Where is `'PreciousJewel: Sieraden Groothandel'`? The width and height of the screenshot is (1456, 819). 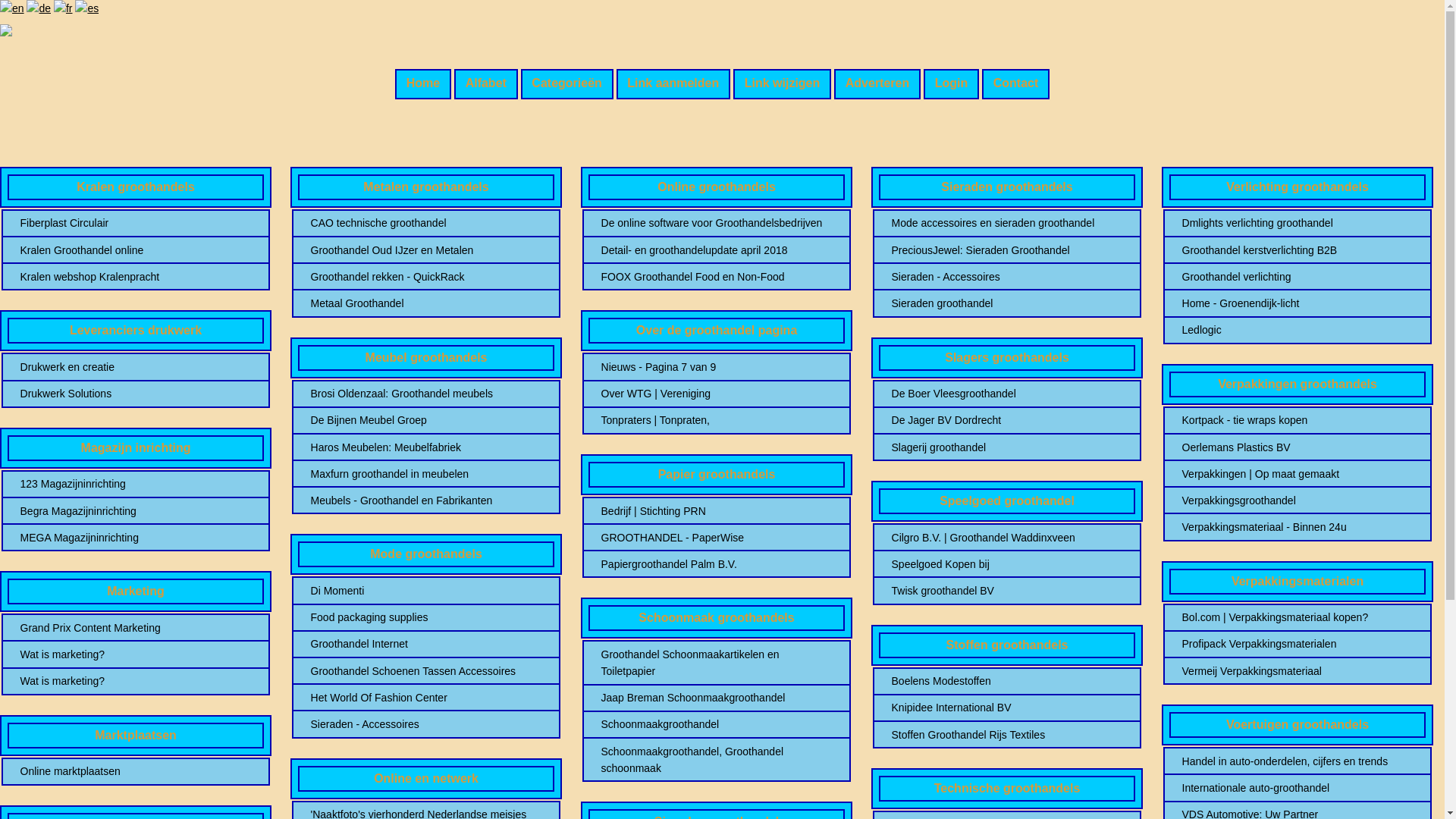 'PreciousJewel: Sieraden Groothandel' is located at coordinates (1007, 249).